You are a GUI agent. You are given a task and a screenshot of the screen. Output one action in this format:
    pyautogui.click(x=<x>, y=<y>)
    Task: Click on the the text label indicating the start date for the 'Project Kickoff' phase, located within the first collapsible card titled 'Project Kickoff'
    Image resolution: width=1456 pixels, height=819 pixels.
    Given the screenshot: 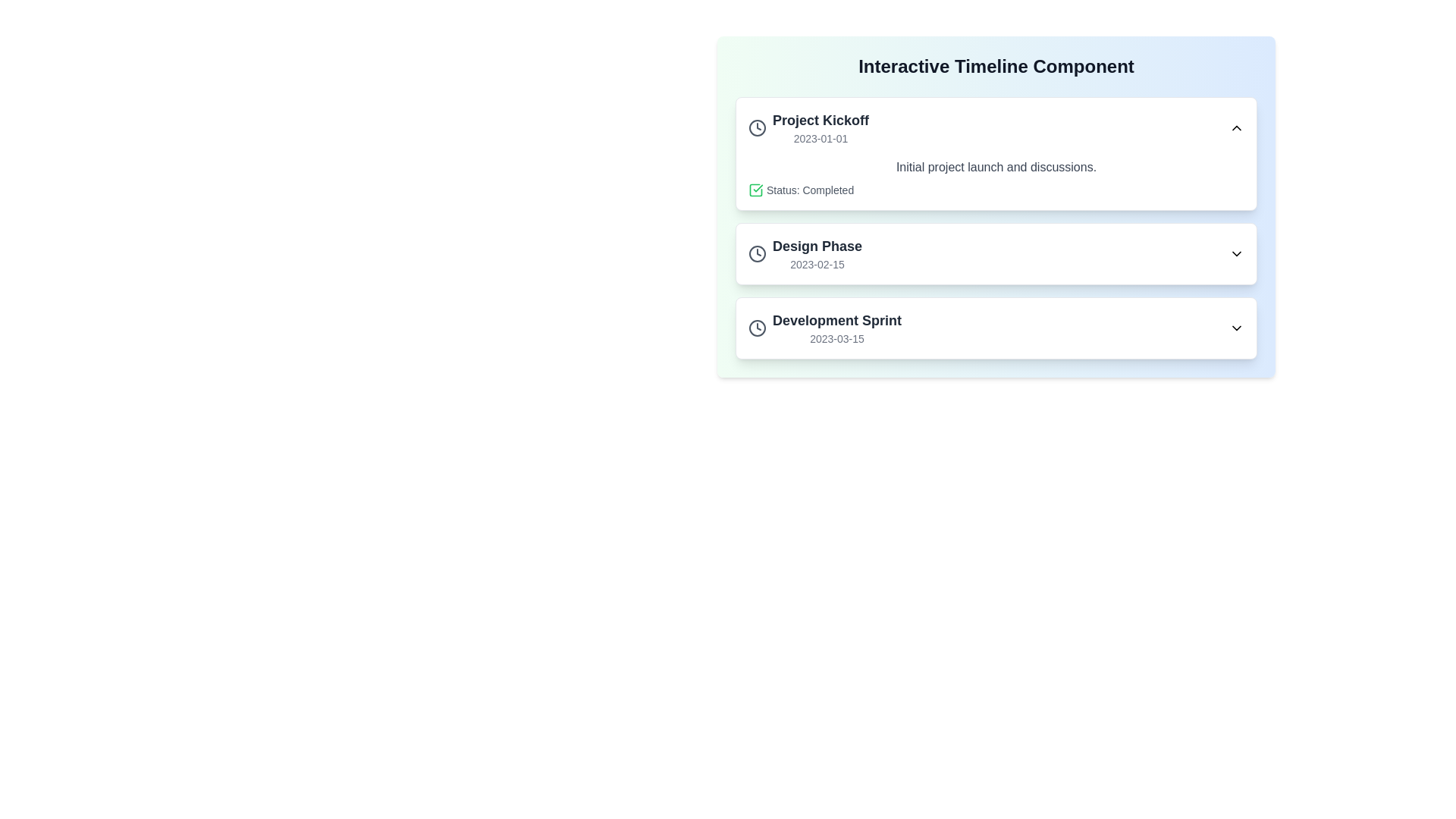 What is the action you would take?
    pyautogui.click(x=820, y=138)
    